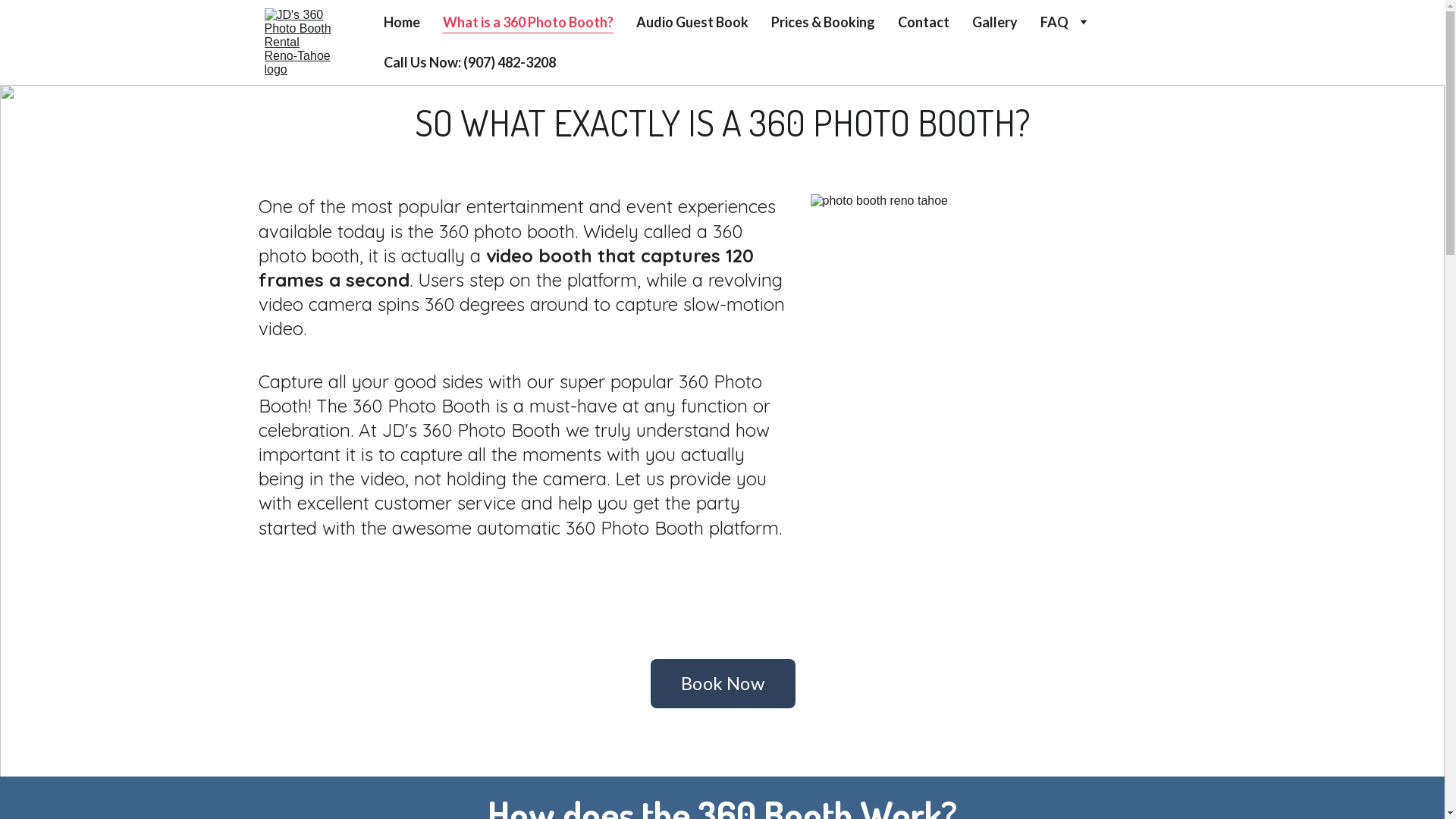 The image size is (1456, 819). What do you see at coordinates (651, 683) in the screenshot?
I see `'Book Now'` at bounding box center [651, 683].